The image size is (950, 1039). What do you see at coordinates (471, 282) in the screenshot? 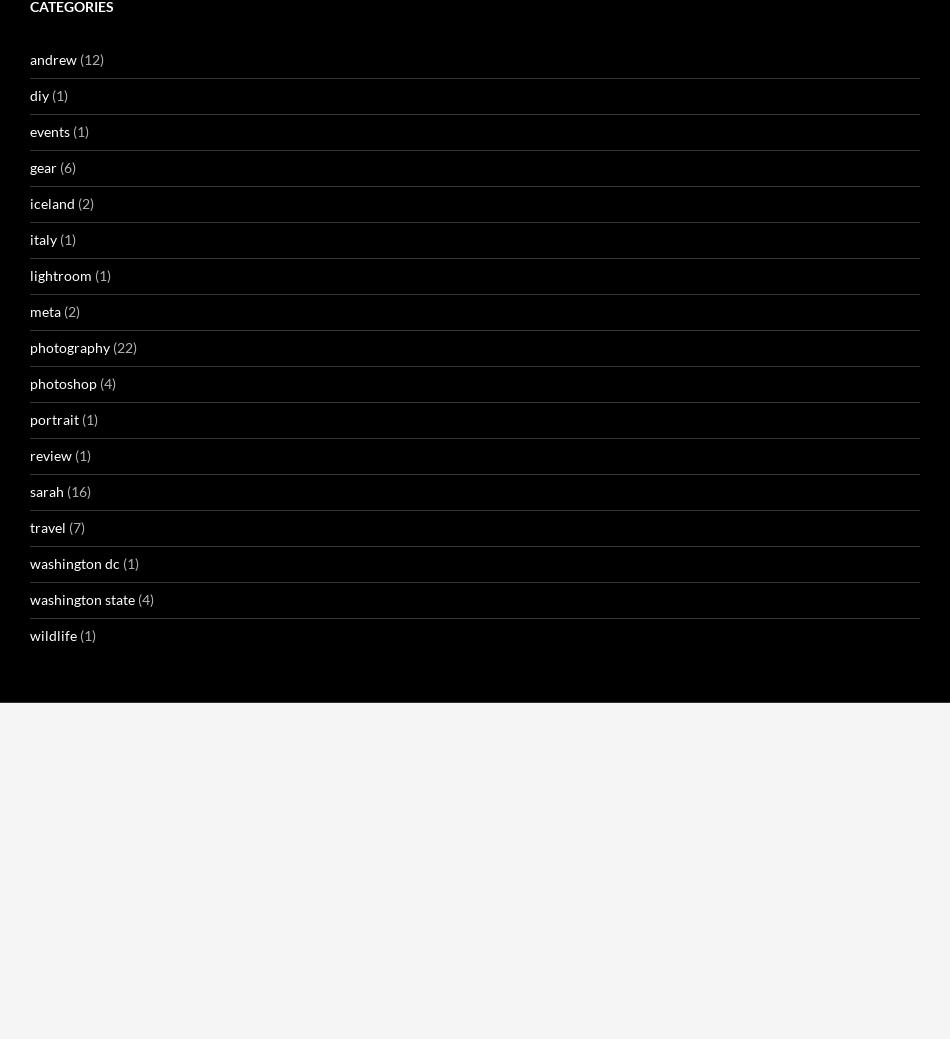
I see `'Andrew here.  I’m rarely somewhere scenic for long.  I’d say 99 times out of 100, I’m in front of something photographically compelling once, either as an intentional destination, or stopping while in transit to somewhere else.  If I’m going there on purpose, I *try* to time it for good conditions — the right light, the right time of year, the right weather… and so on — but that’s not always an option.  That’s even less likely when I happen upon something interesting.'` at bounding box center [471, 282].